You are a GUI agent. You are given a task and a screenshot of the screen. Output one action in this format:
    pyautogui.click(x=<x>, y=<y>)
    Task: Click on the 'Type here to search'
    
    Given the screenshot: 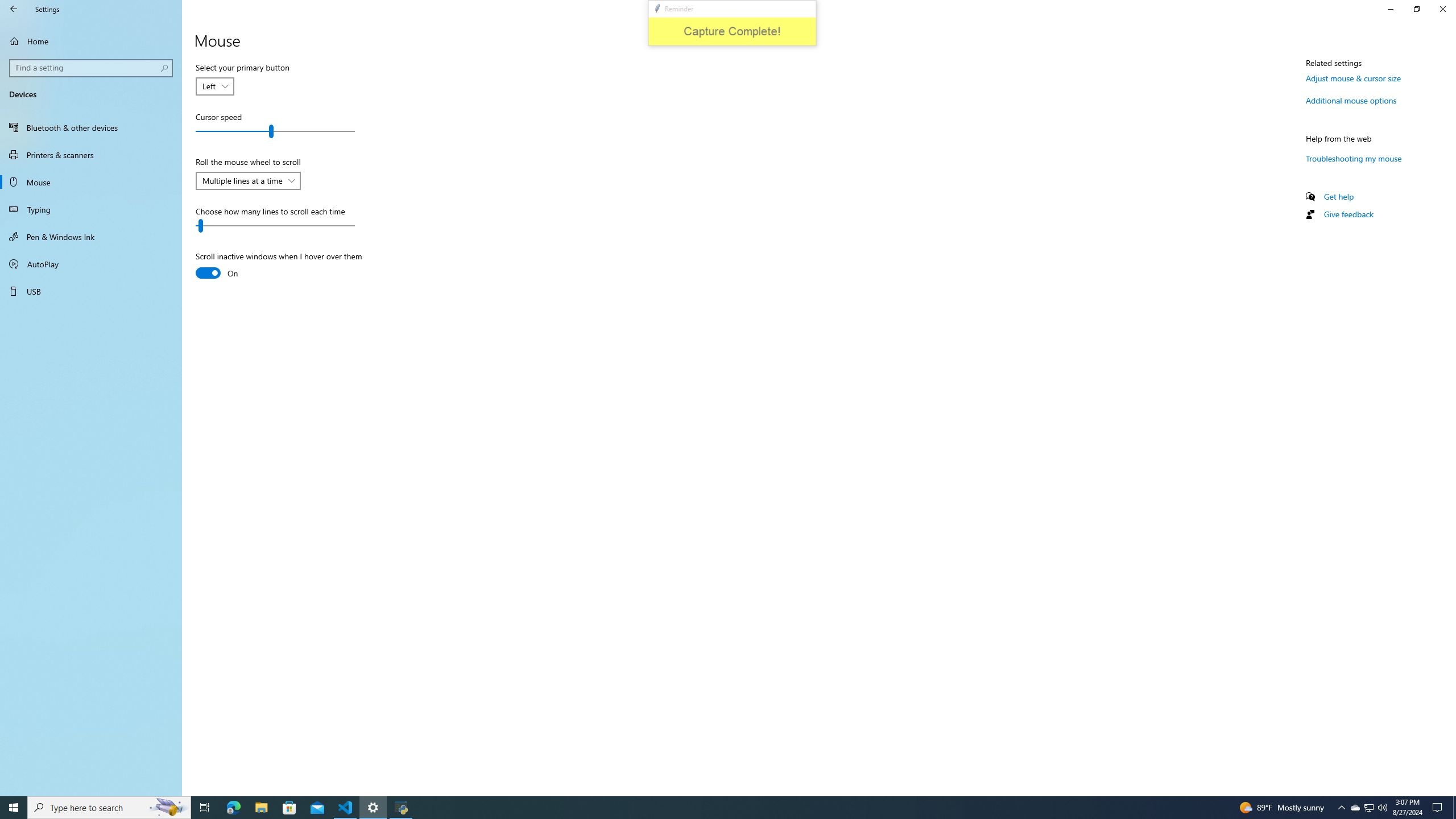 What is the action you would take?
    pyautogui.click(x=109, y=806)
    